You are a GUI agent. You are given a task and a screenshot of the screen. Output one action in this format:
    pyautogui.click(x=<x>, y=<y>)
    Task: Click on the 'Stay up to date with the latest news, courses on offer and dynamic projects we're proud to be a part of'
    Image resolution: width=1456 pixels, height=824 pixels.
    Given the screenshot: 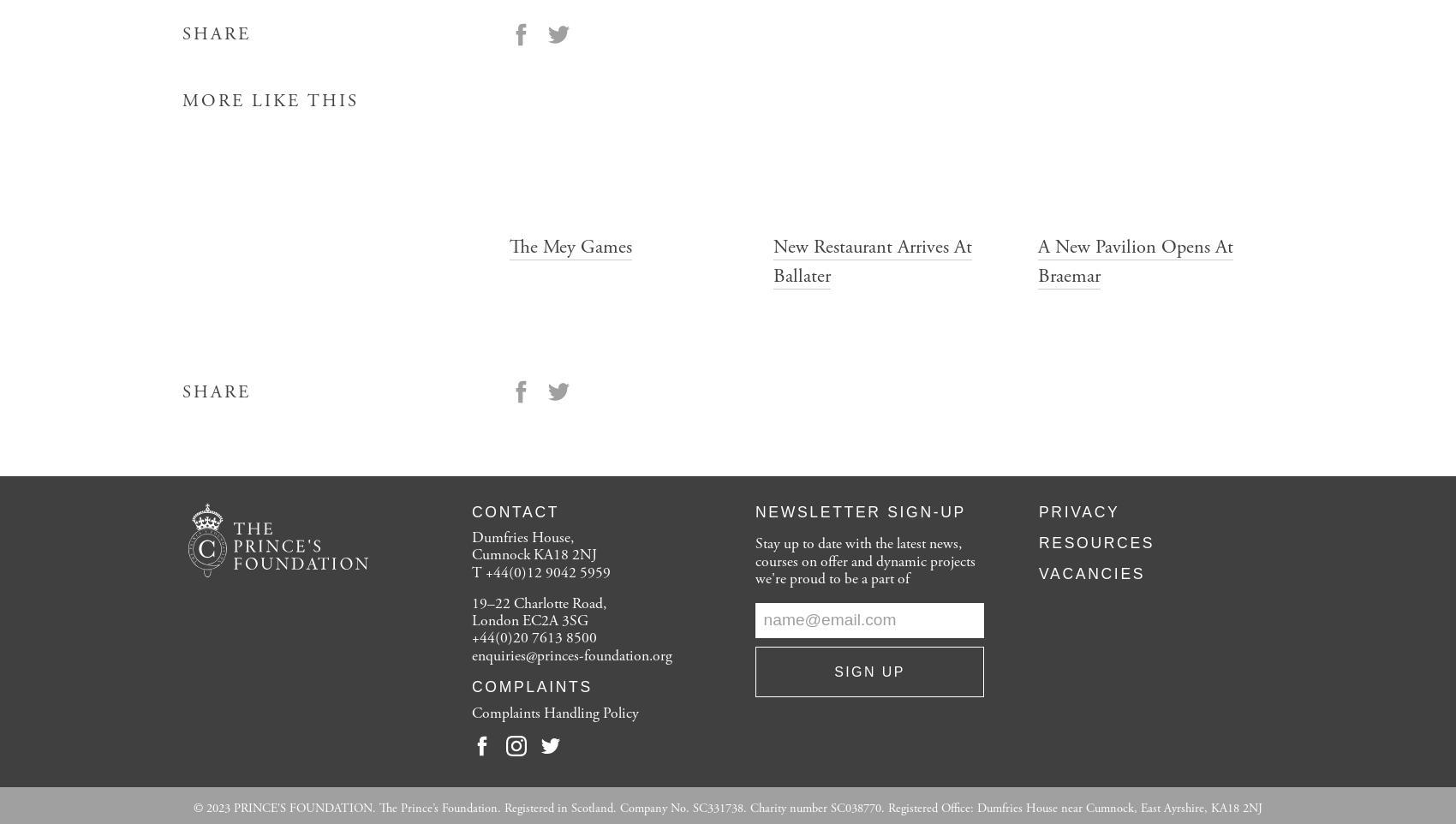 What is the action you would take?
    pyautogui.click(x=755, y=561)
    